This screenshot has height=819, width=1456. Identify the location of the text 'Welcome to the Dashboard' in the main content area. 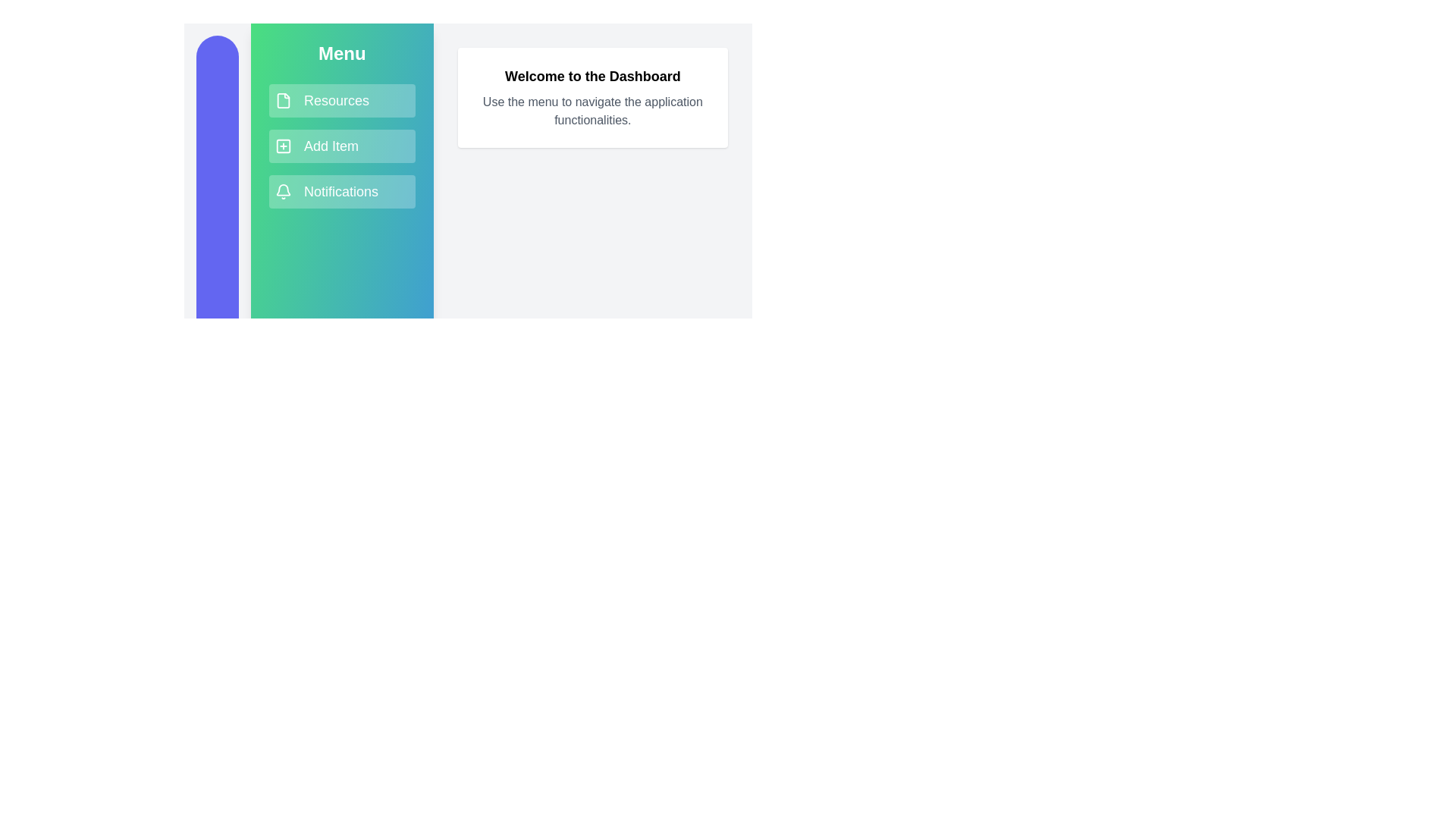
(475, 65).